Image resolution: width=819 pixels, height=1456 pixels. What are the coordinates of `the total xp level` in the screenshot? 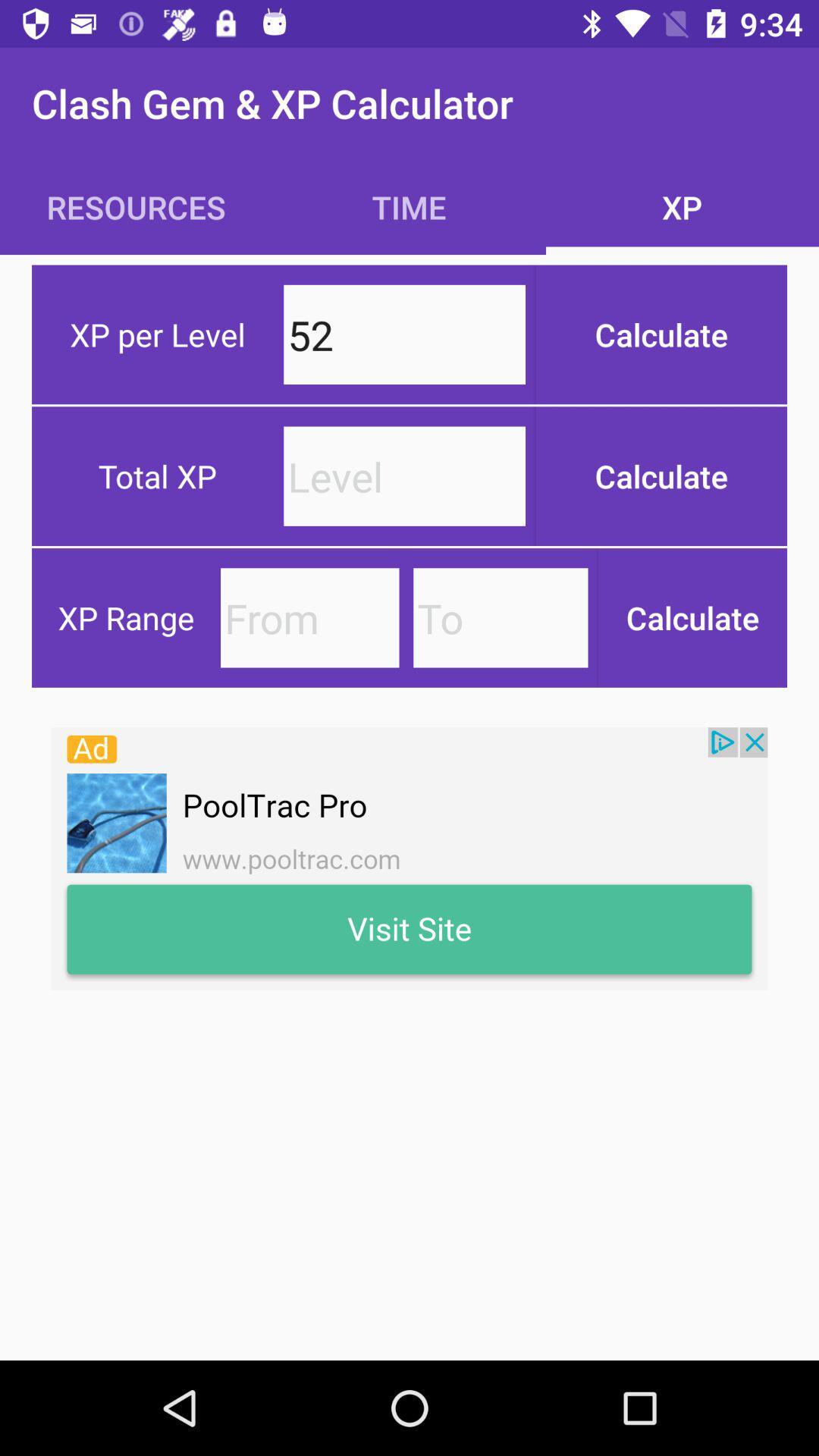 It's located at (403, 475).